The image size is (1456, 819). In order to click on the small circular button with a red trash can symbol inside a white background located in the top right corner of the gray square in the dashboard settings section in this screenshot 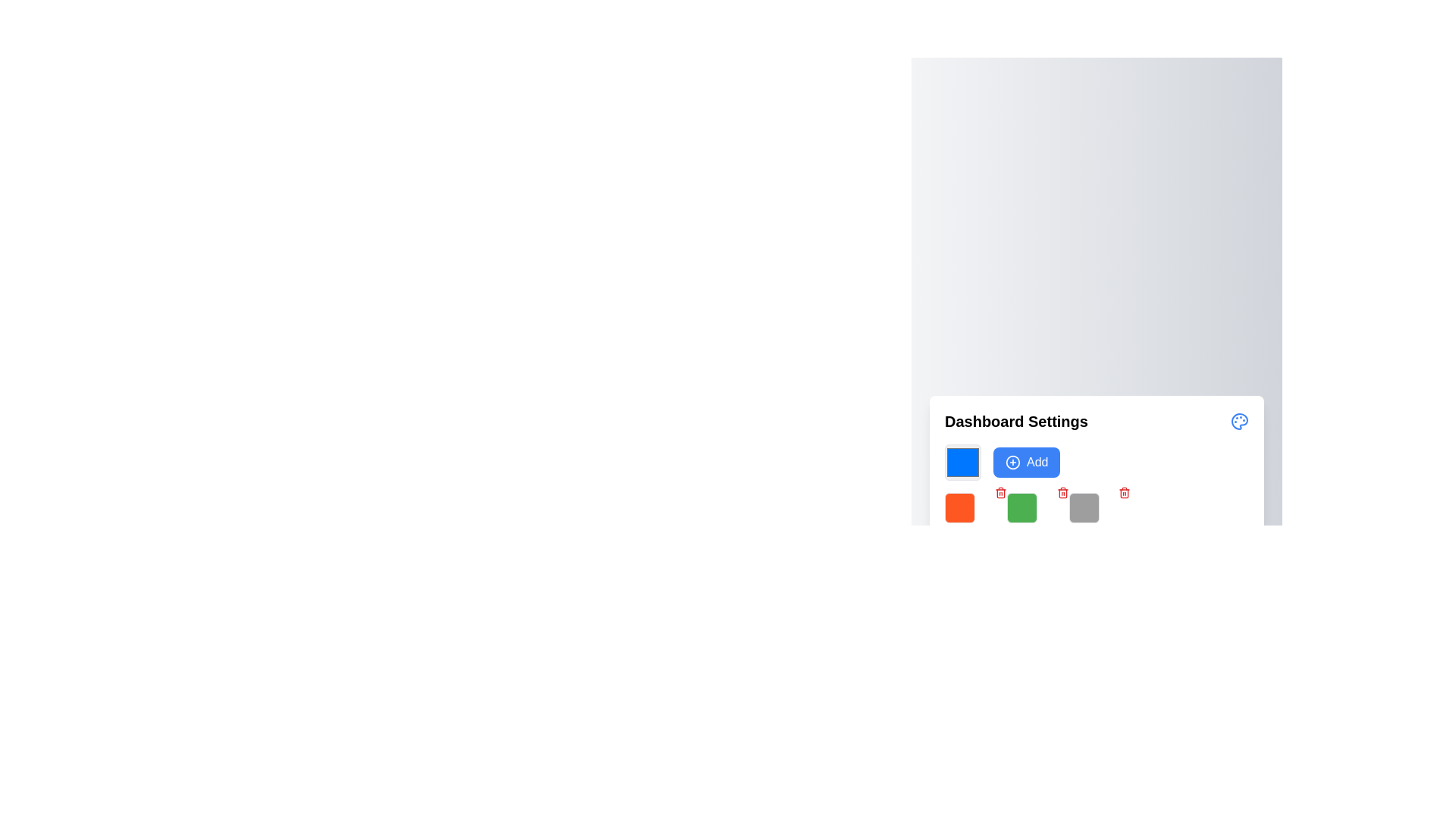, I will do `click(1125, 493)`.